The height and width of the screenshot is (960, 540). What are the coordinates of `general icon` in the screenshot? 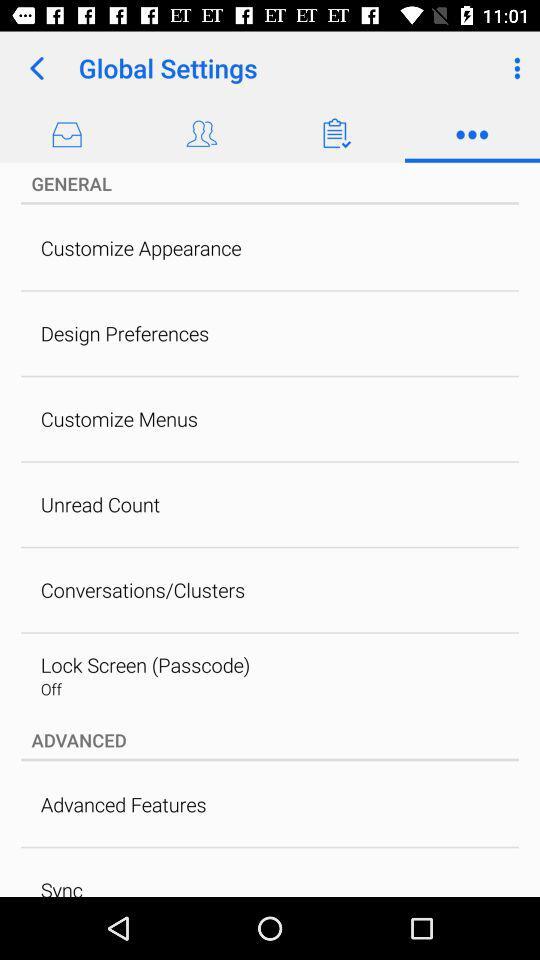 It's located at (270, 183).